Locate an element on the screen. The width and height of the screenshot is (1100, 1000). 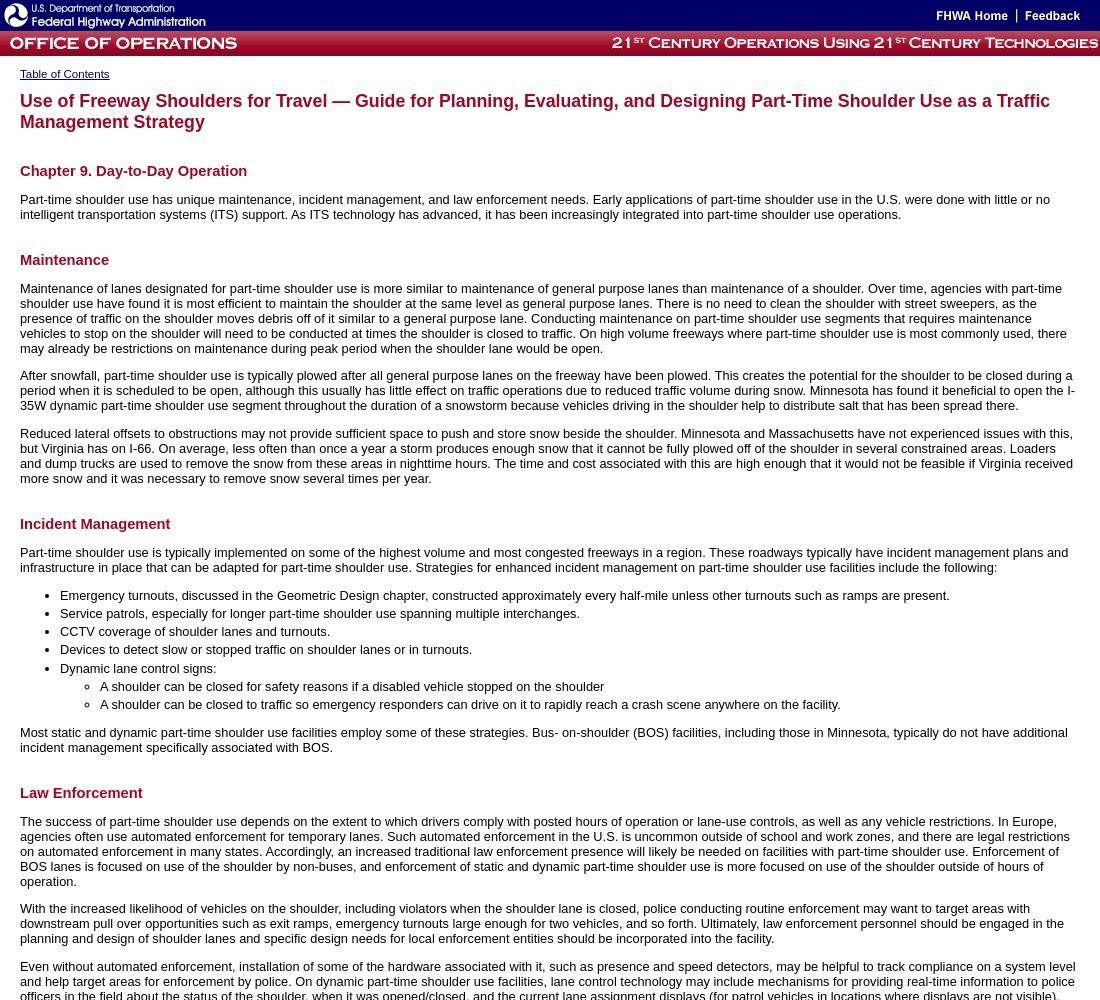
'Maintenance' is located at coordinates (19, 259).